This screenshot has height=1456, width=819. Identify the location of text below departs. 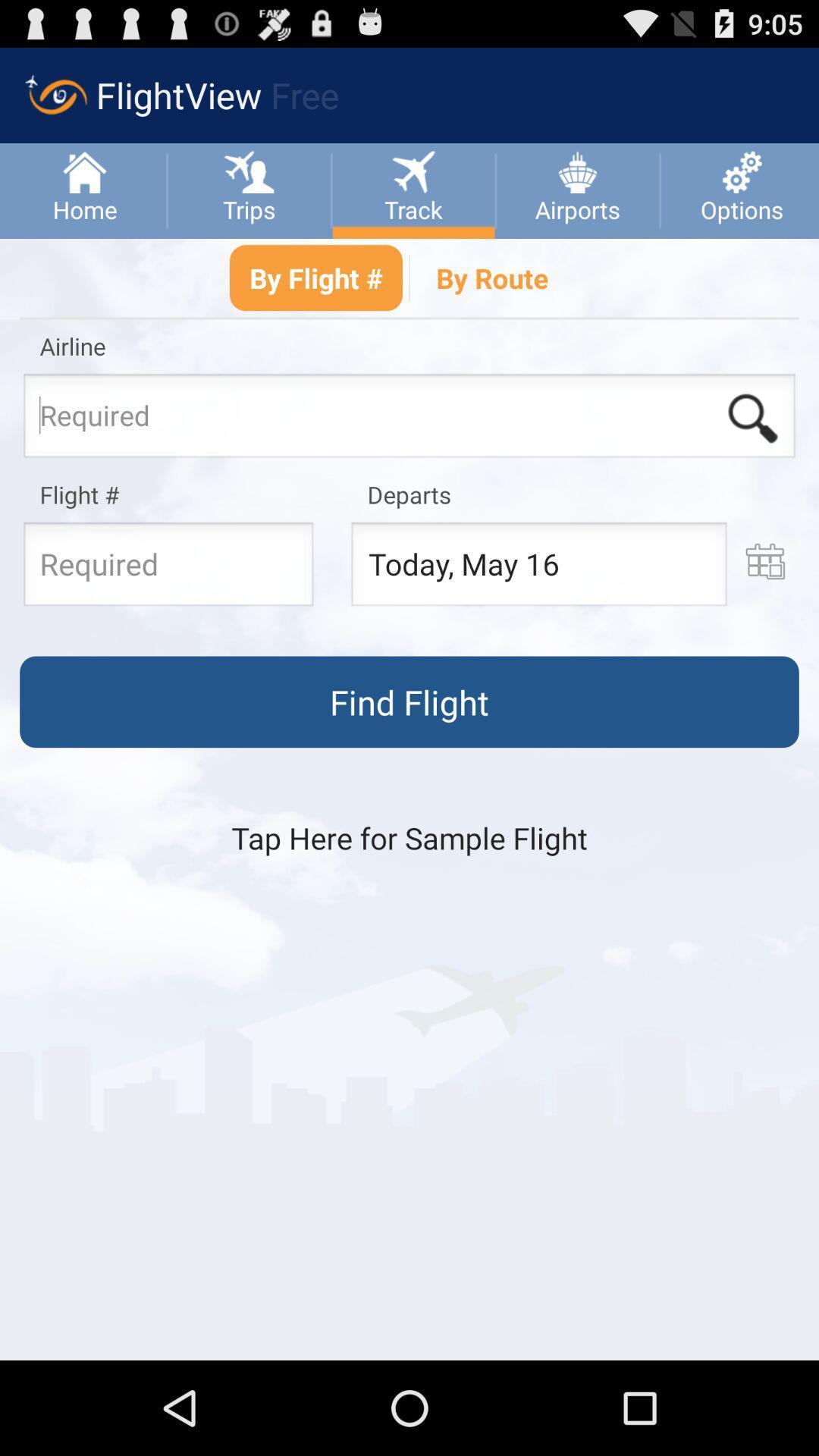
(538, 567).